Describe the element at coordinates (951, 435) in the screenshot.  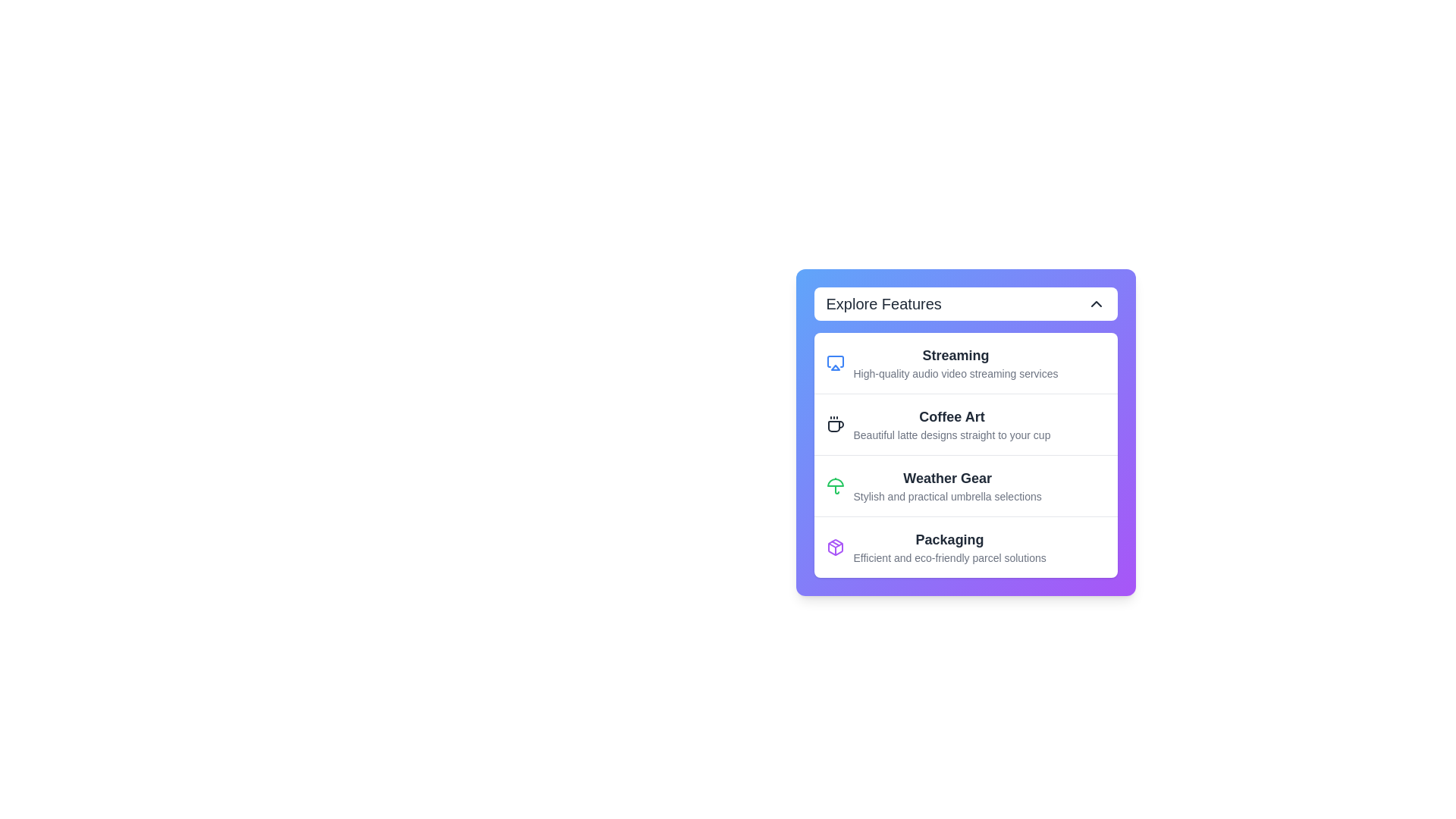
I see `small-sized gray text reading 'Beautiful latte designs straight to your cup' located under the 'Coffee Art' heading in the 'Explore Features' window` at that location.